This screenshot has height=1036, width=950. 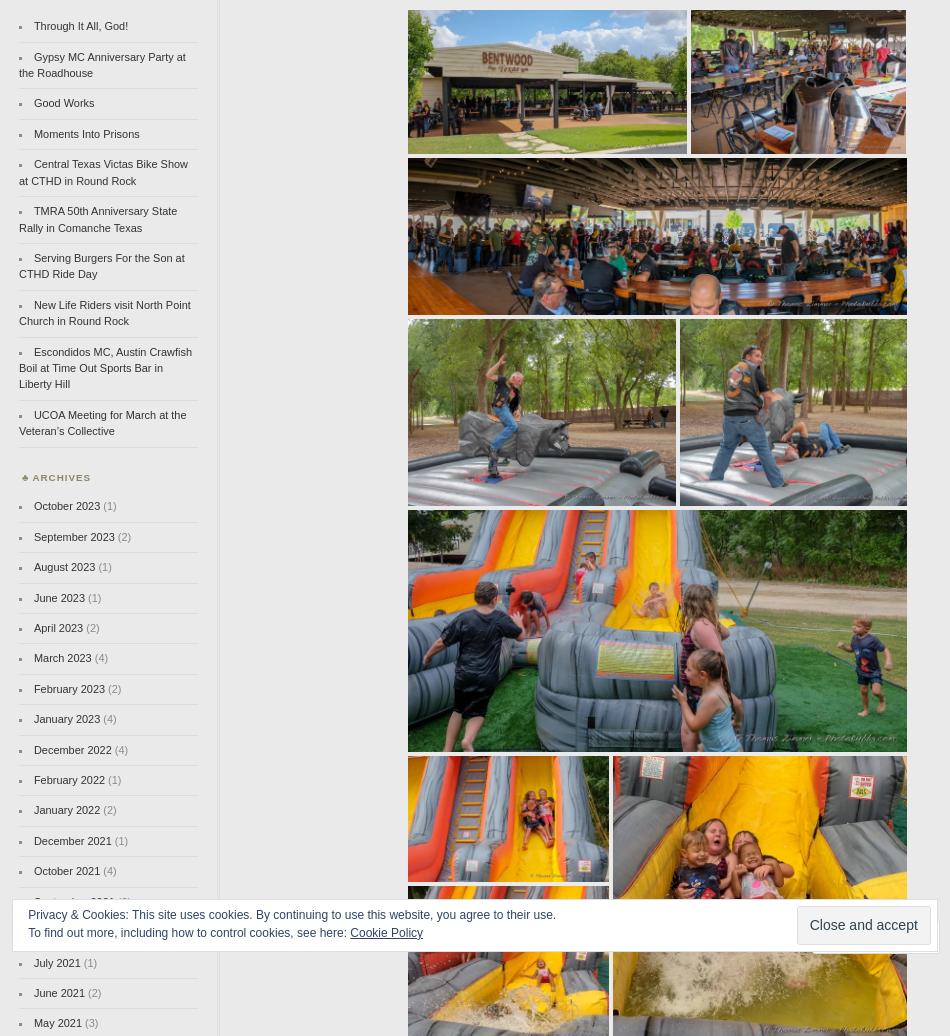 What do you see at coordinates (32, 102) in the screenshot?
I see `'Good Works'` at bounding box center [32, 102].